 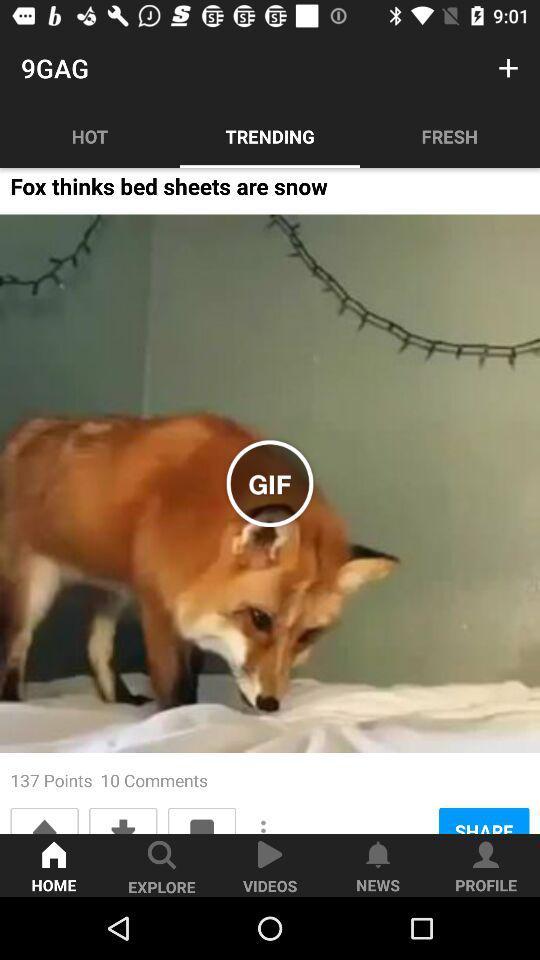 I want to click on the item below the 137 points 	10 item, so click(x=123, y=820).